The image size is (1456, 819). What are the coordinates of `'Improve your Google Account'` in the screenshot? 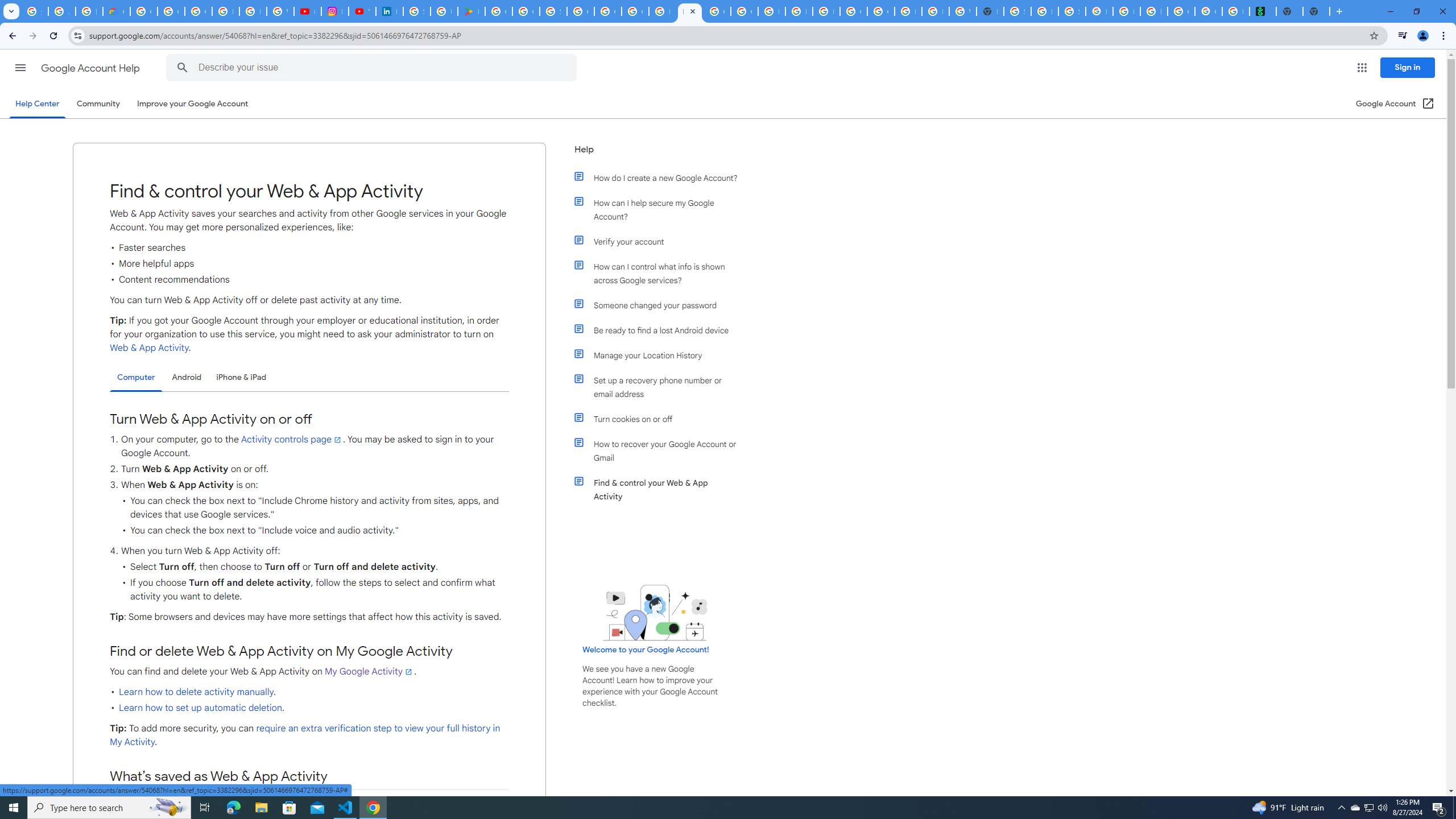 It's located at (192, 103).